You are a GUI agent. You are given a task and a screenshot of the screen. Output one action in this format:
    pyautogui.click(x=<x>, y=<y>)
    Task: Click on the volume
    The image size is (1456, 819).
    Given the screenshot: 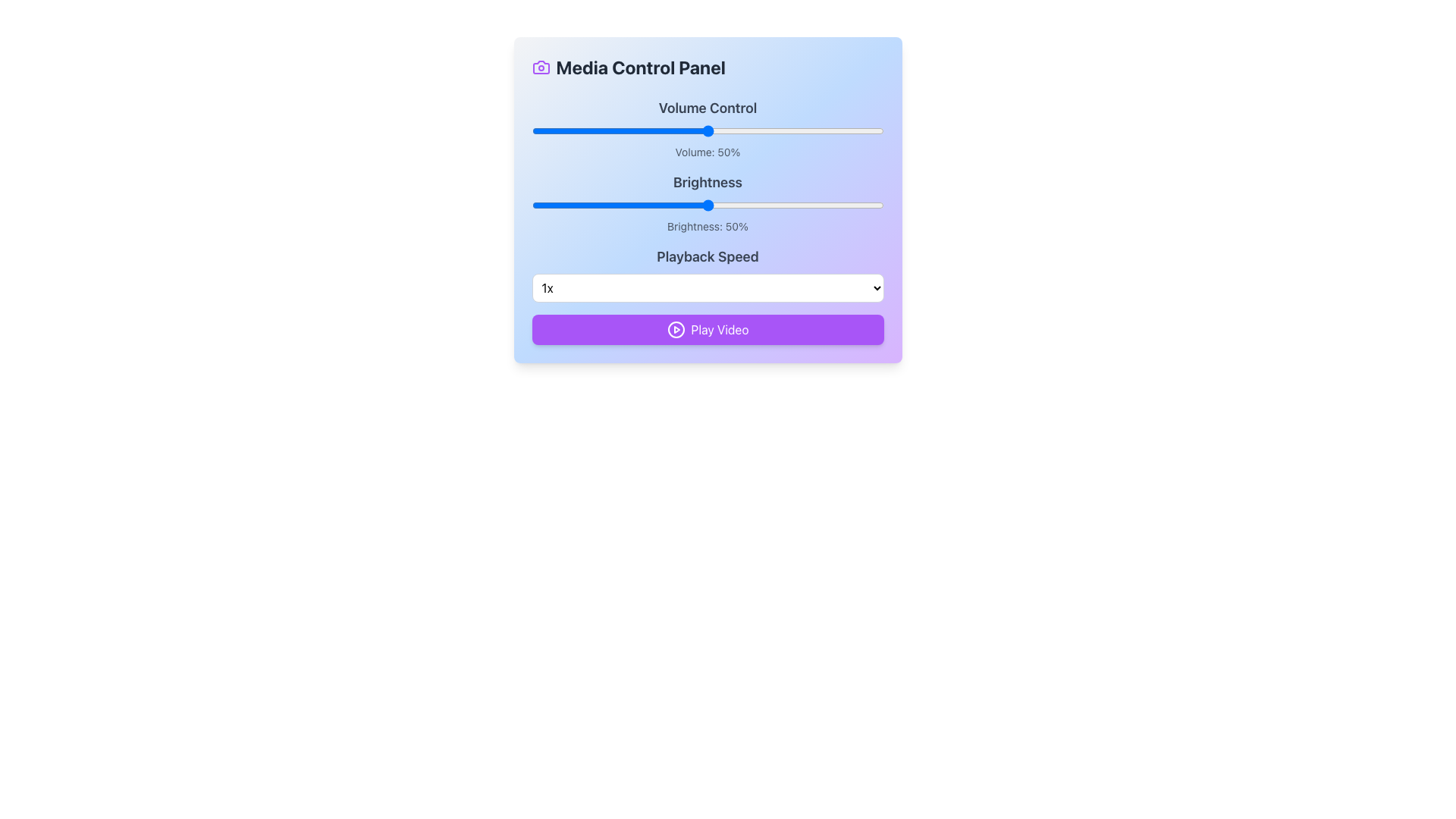 What is the action you would take?
    pyautogui.click(x=692, y=130)
    